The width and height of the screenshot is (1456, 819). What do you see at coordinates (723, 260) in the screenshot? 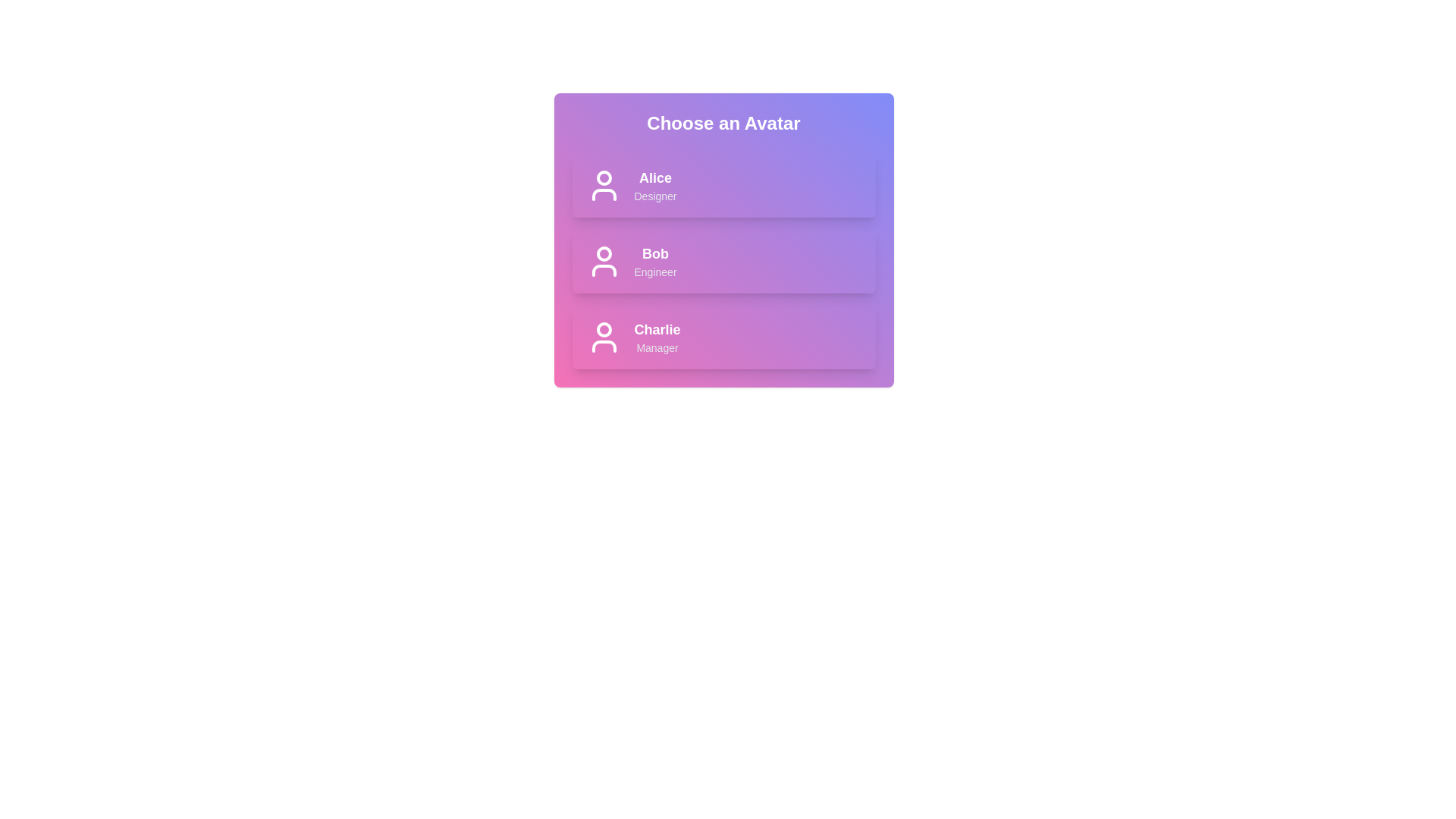
I see `the clickable list item displaying the name 'Bob' and designation 'Engineer' on a purple background, which is the second item in the list` at bounding box center [723, 260].